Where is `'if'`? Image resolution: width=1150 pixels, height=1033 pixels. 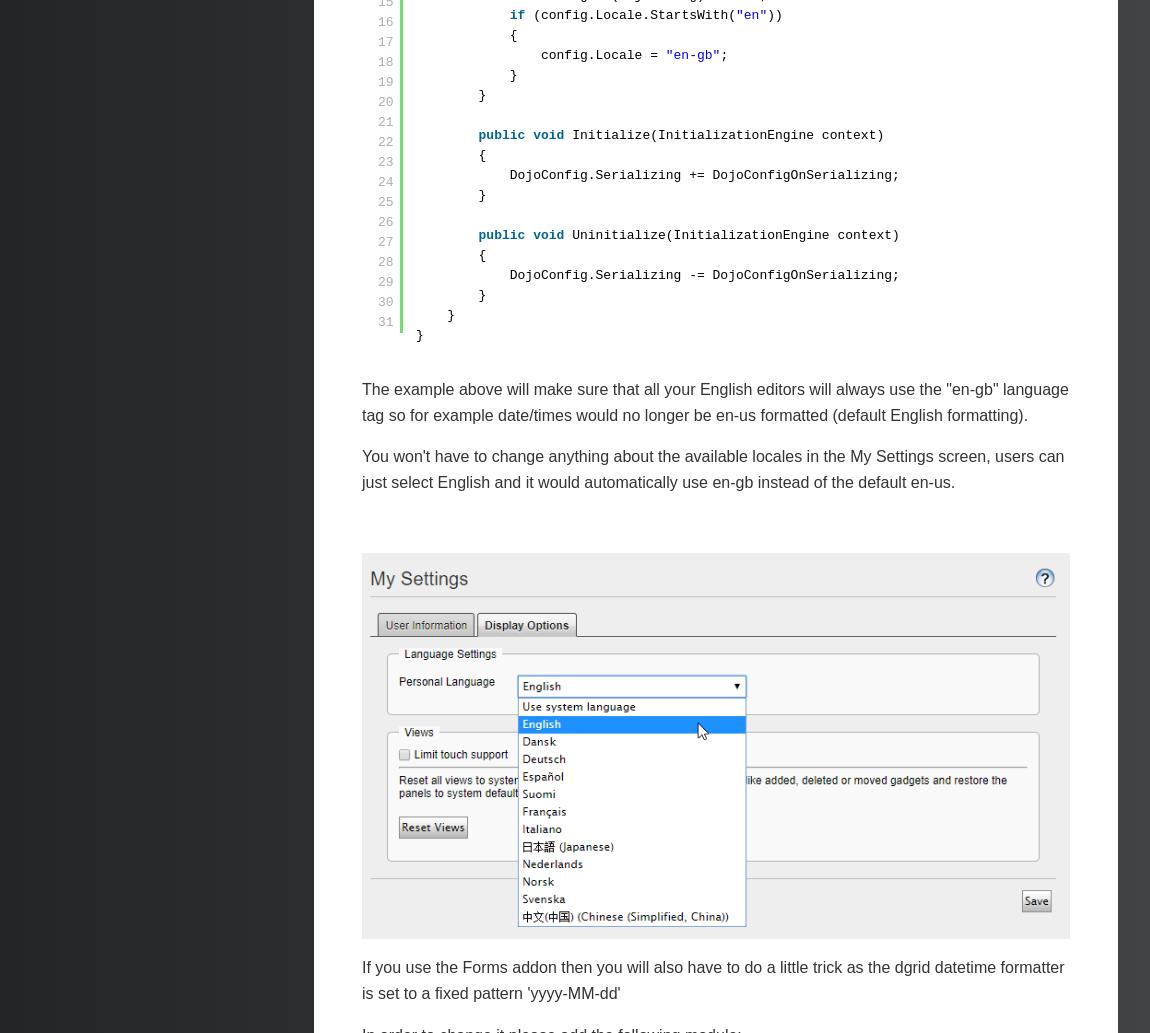 'if' is located at coordinates (517, 15).